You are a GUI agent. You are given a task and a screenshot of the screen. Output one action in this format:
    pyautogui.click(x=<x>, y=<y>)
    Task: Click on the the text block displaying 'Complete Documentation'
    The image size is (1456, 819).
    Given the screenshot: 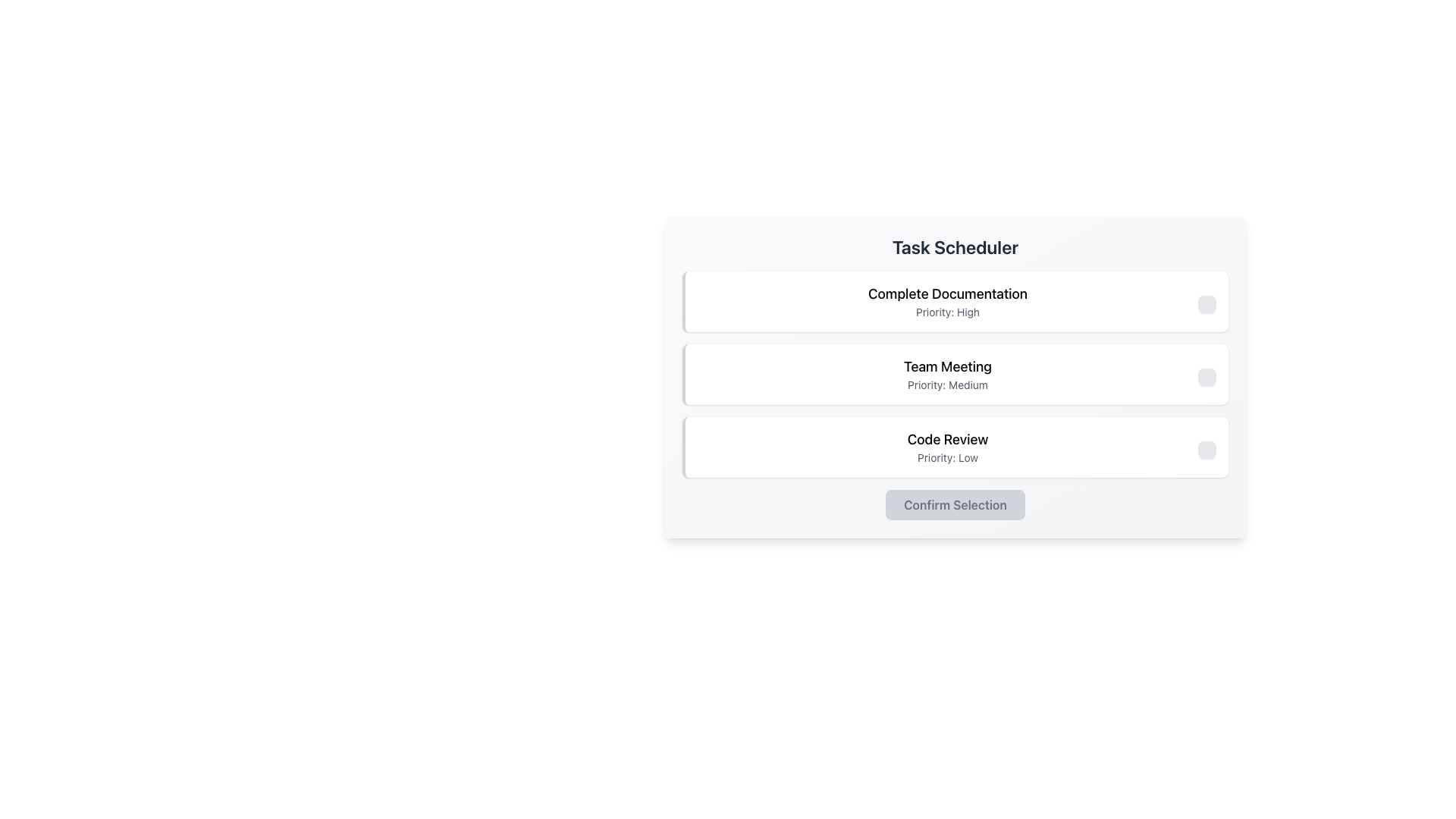 What is the action you would take?
    pyautogui.click(x=946, y=301)
    